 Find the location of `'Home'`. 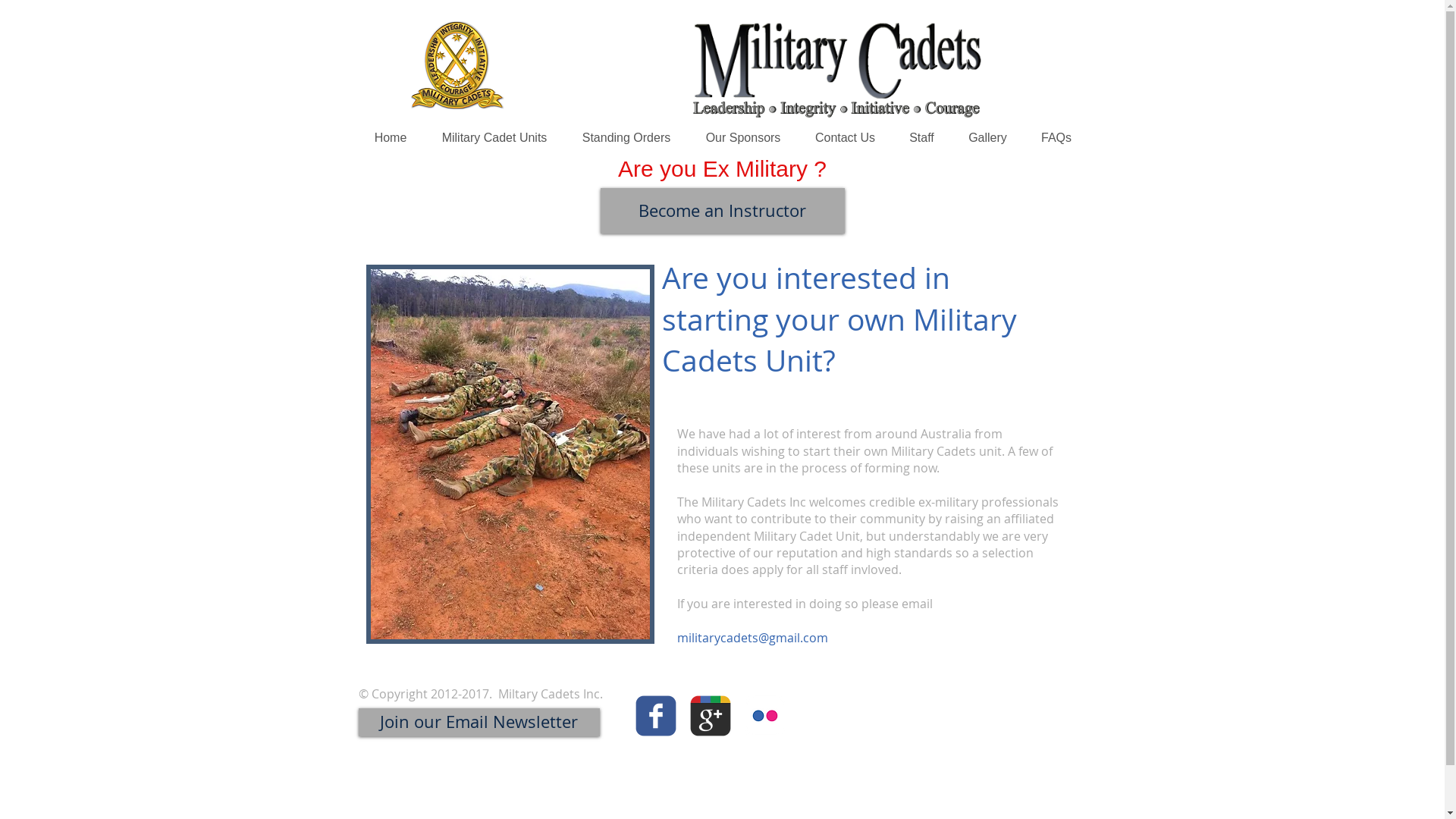

'Home' is located at coordinates (390, 137).